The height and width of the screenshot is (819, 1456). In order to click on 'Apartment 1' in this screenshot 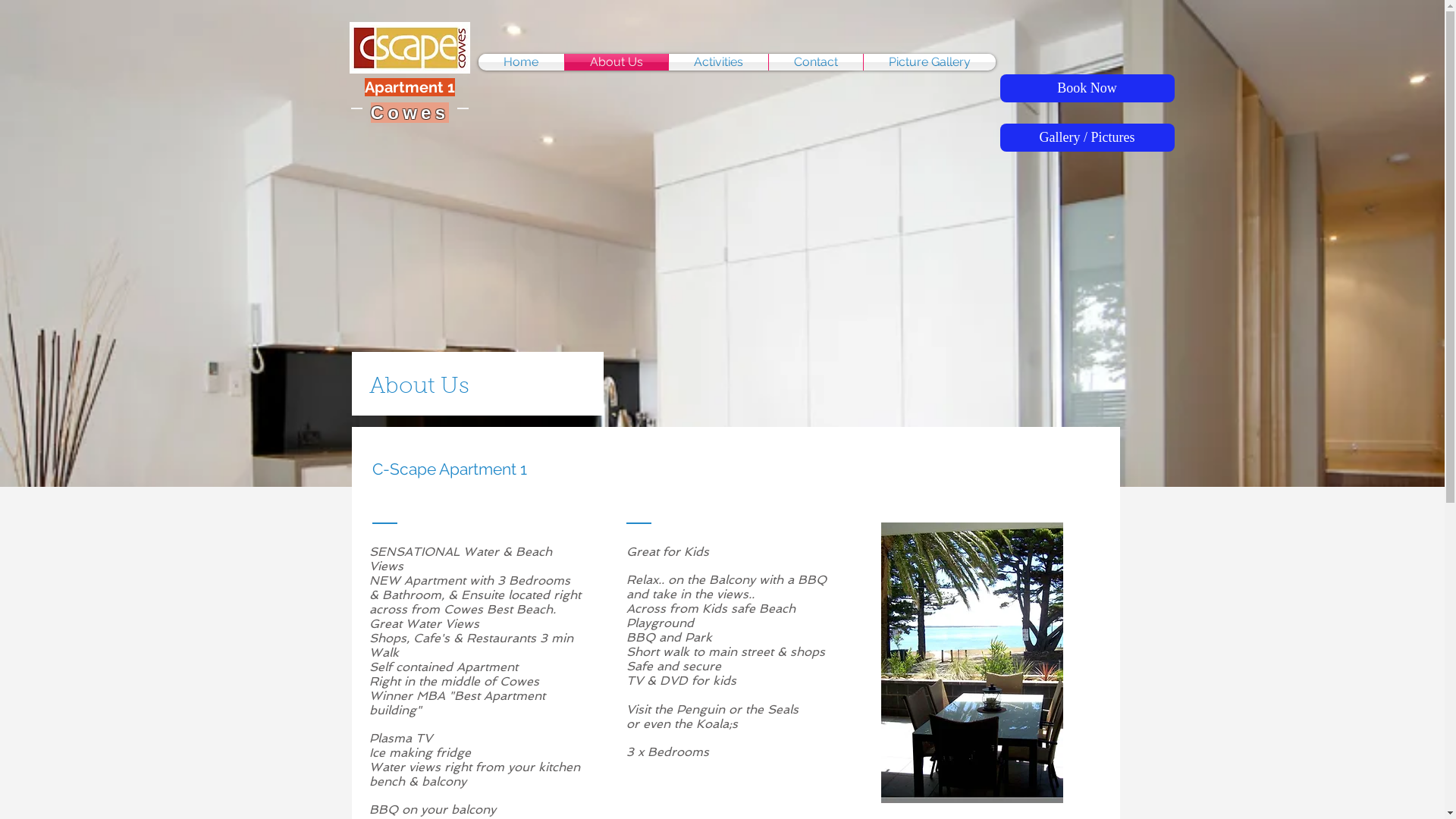, I will do `click(409, 87)`.